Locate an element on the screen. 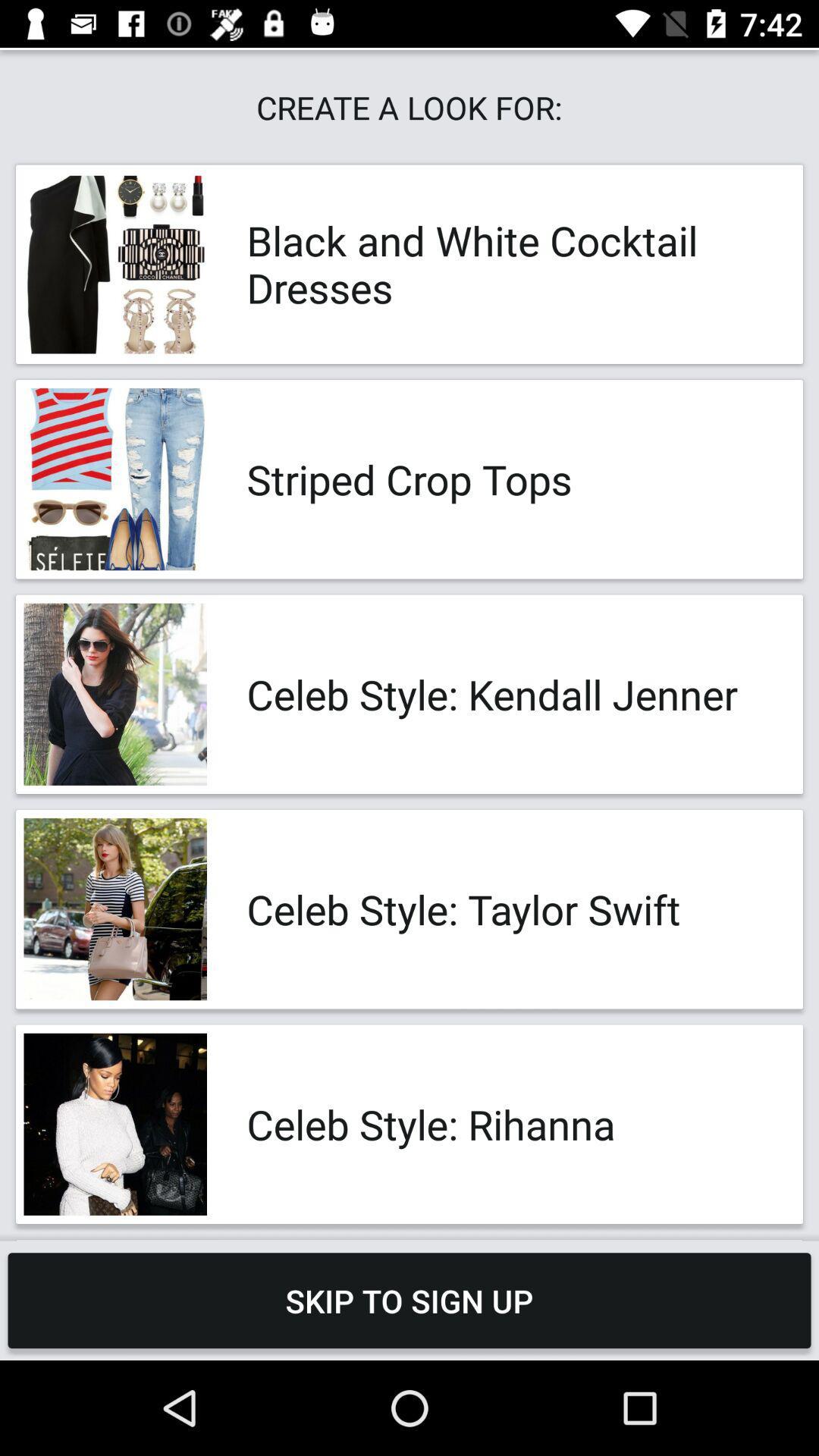  the black and white icon is located at coordinates (509, 264).